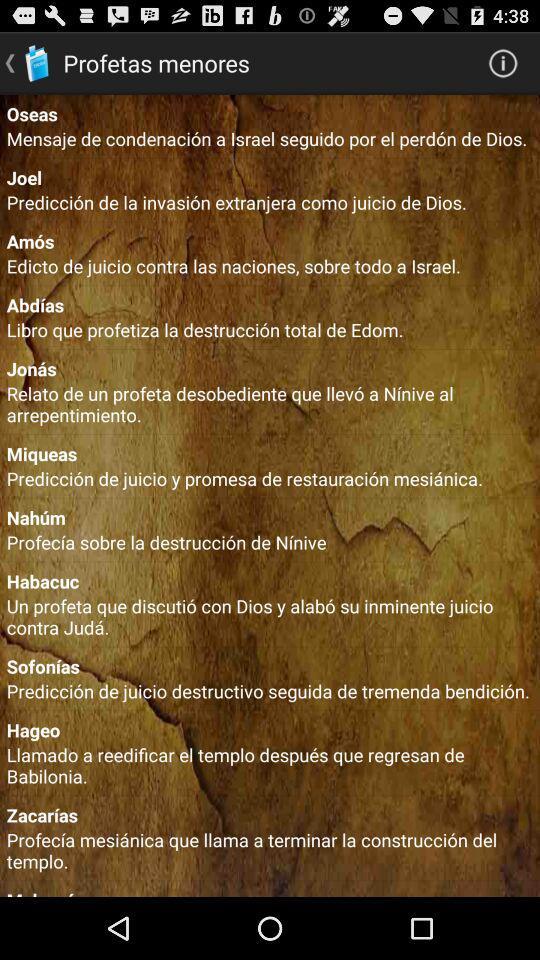  I want to click on the habacuc item, so click(270, 581).